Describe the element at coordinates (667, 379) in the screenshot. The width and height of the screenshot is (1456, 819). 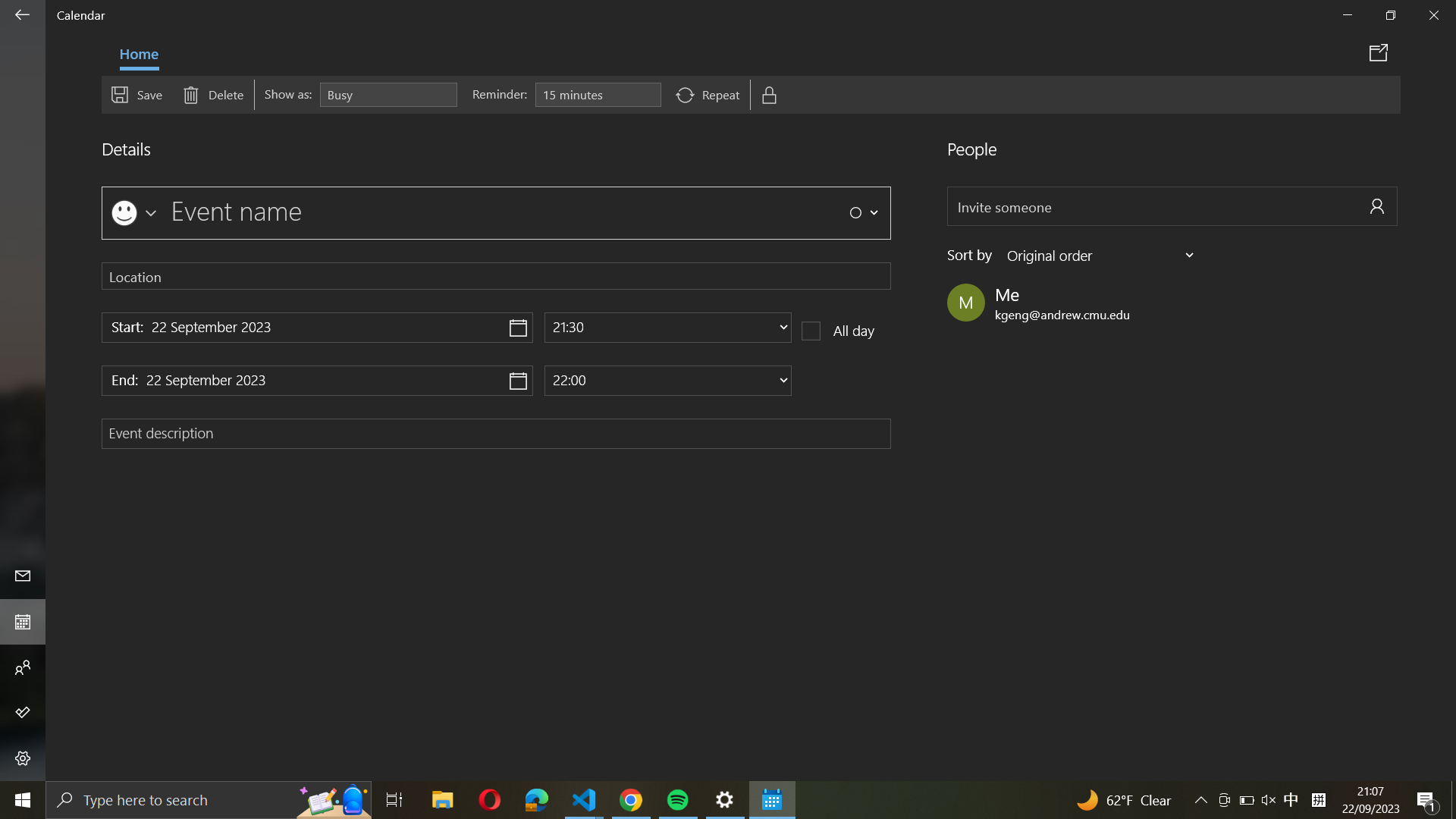
I see `the event"s concluding time as 10:00 AM` at that location.